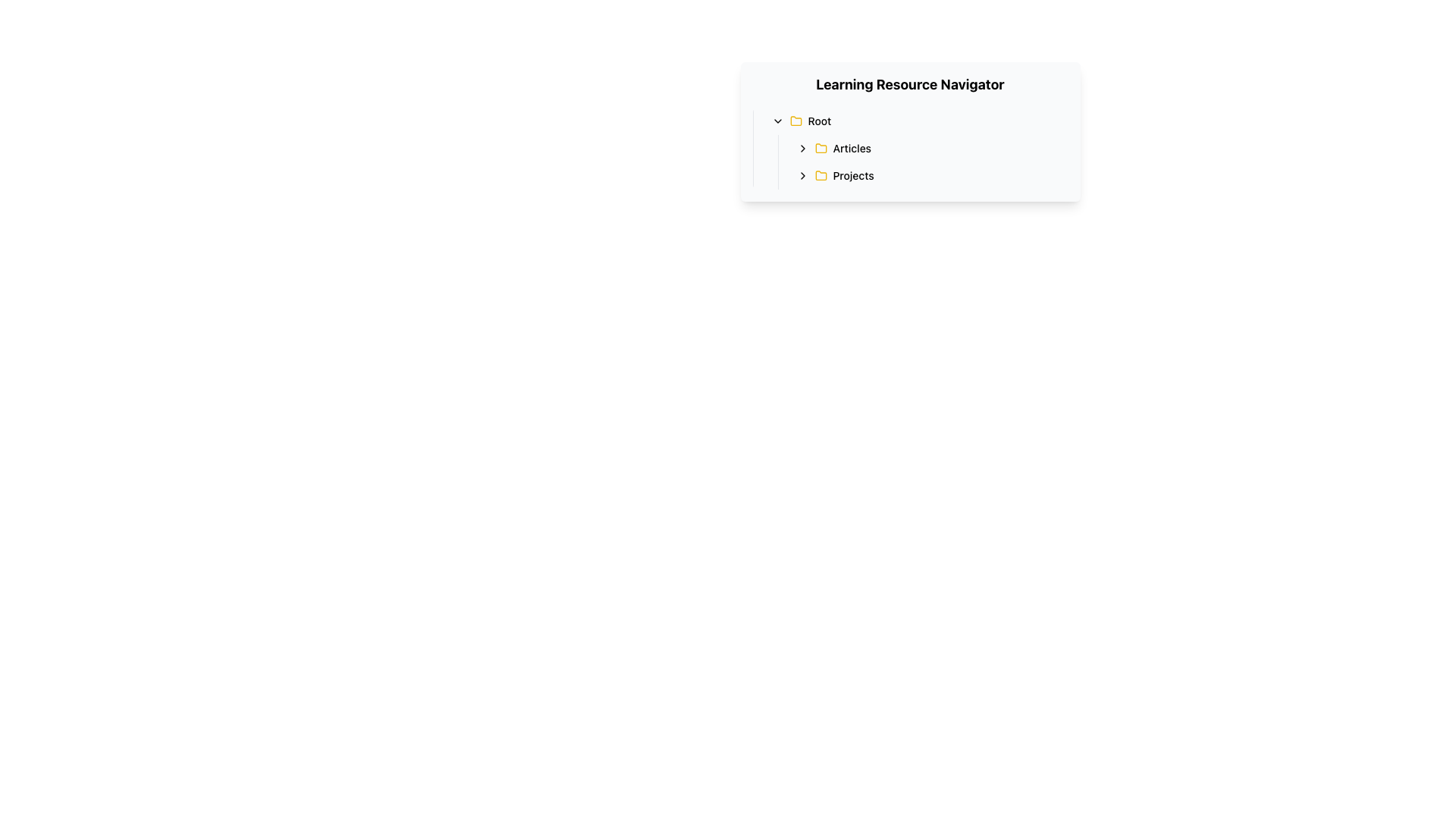 The width and height of the screenshot is (1456, 819). I want to click on the modern yellow folder icon labeled 'Root' in the 'Learning Resource Navigator' panel, so click(820, 148).